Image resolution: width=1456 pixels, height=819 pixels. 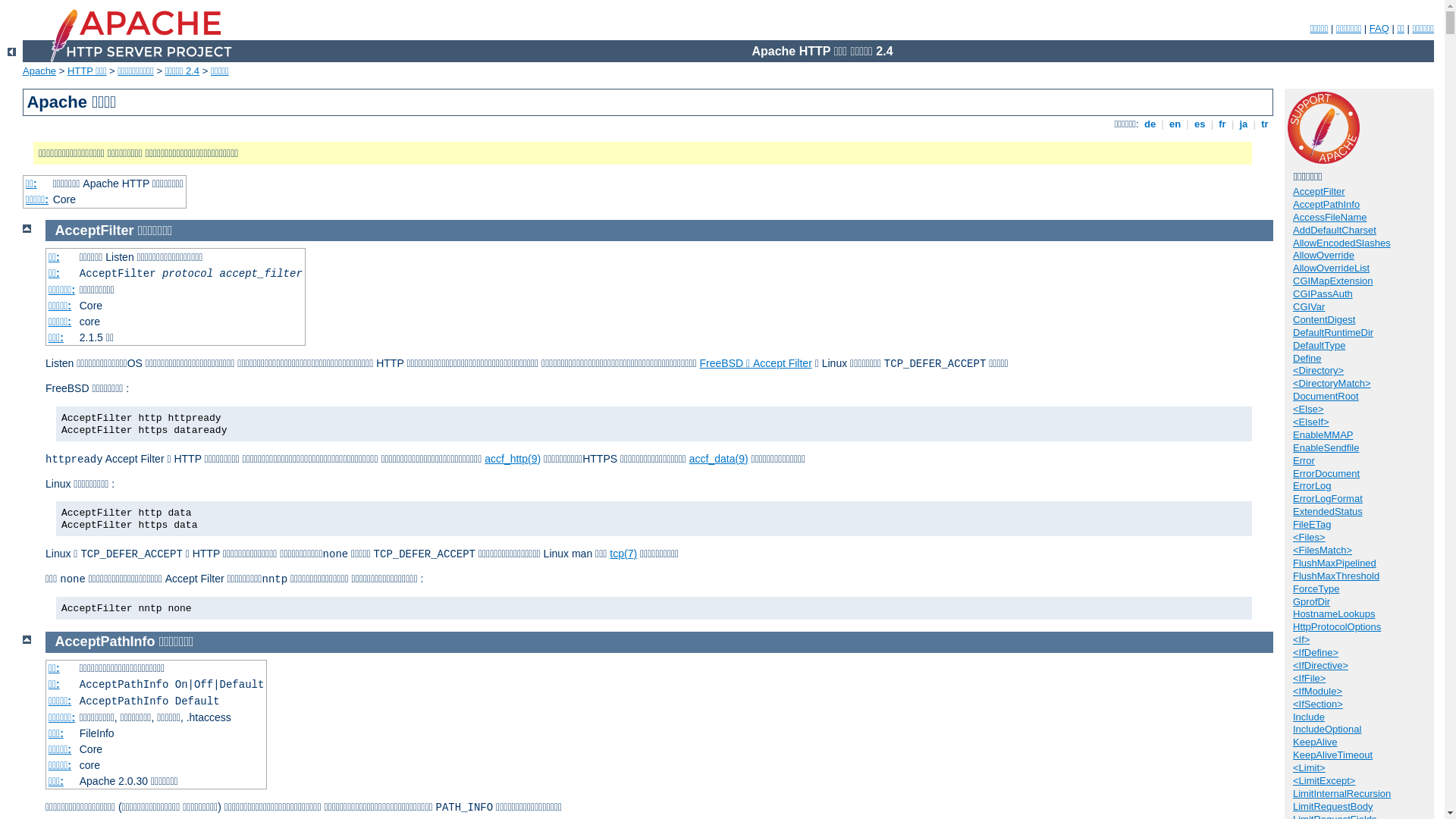 I want to click on 'KeepAlive', so click(x=1314, y=741).